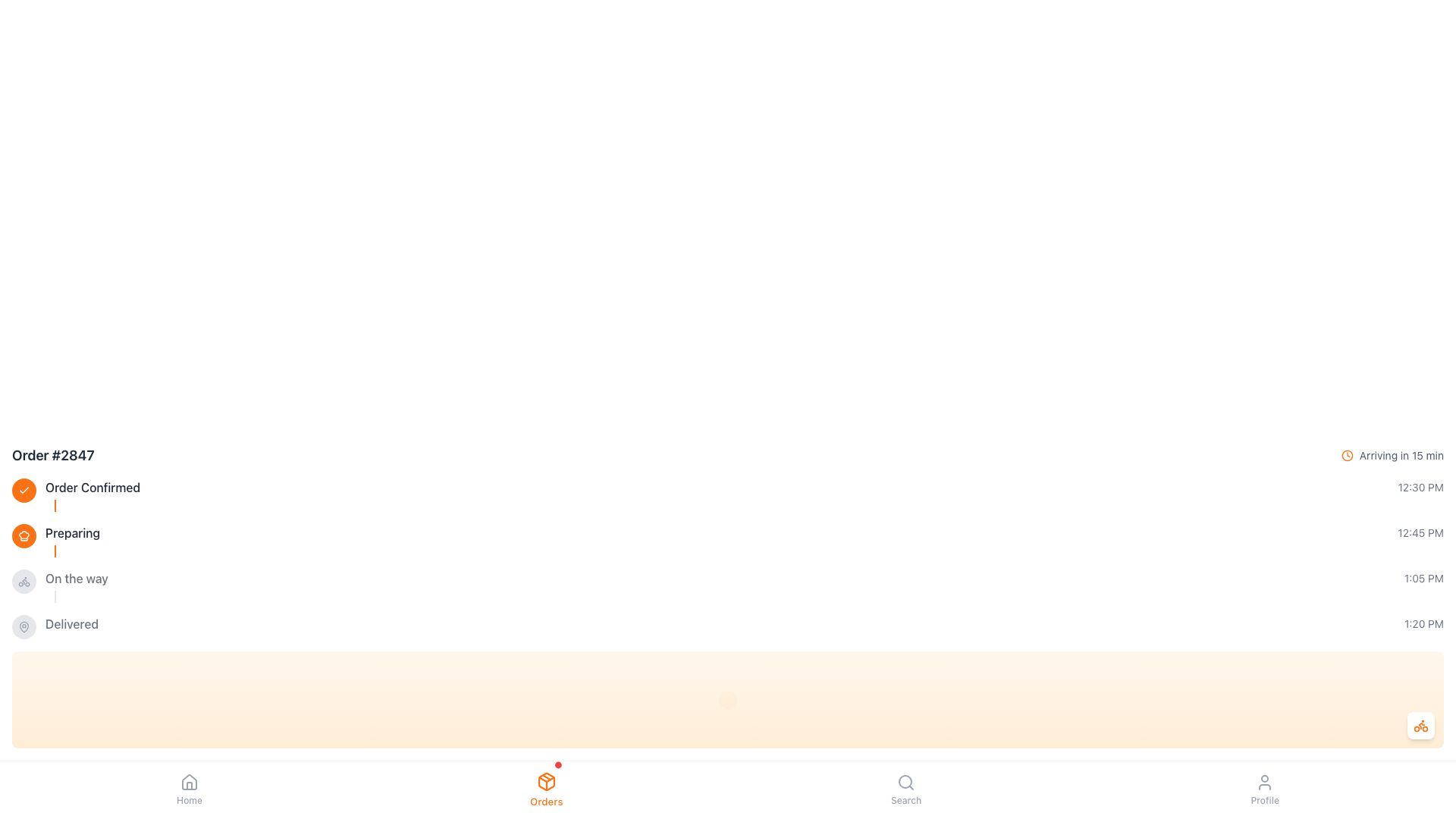 The image size is (1456, 819). I want to click on the delivery status text label indicating that the order has been delivered, which is the fourth status label in the list under 'Order #2847', so click(71, 623).